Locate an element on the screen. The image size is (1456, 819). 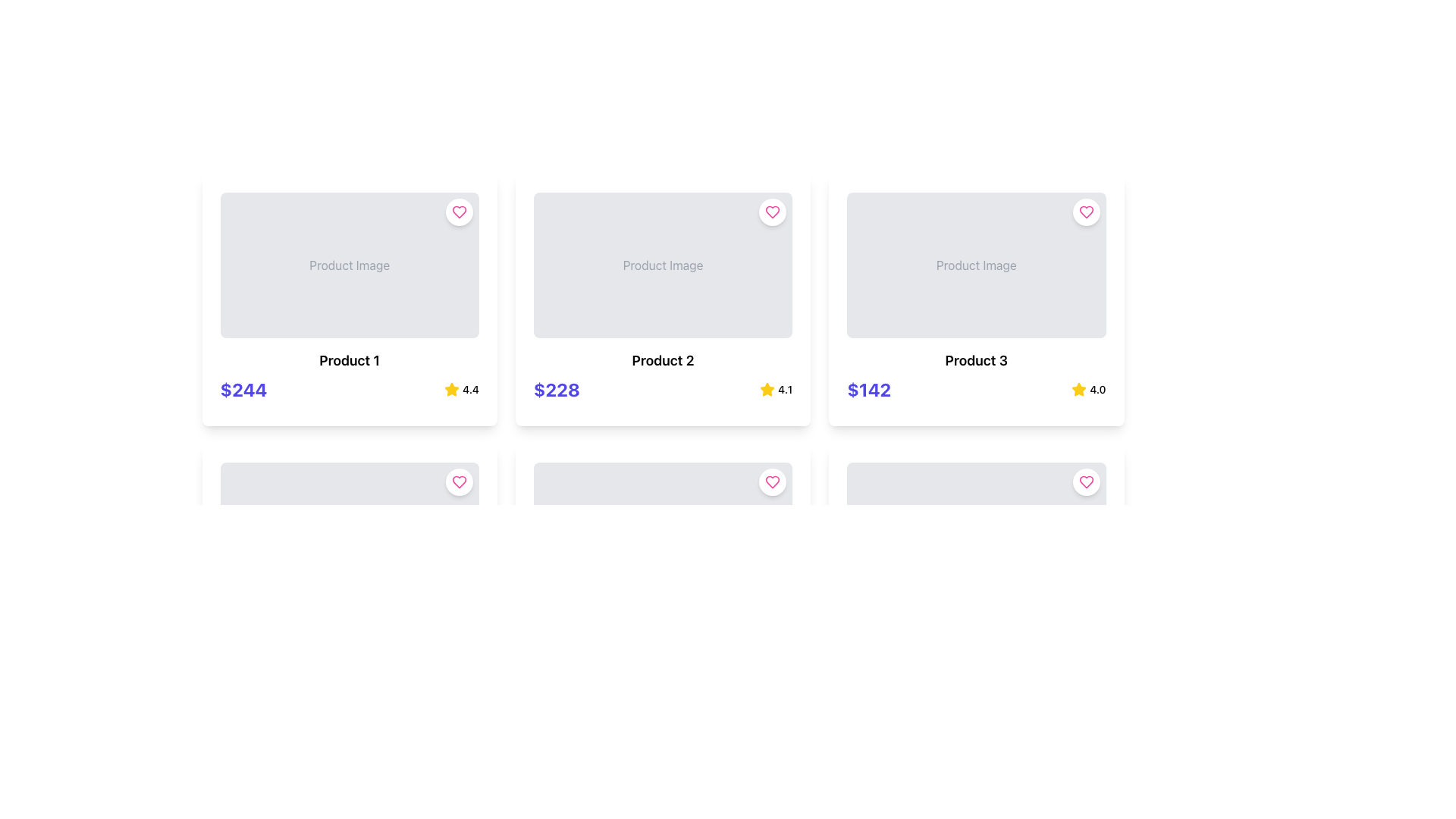
the circular button with a heart-shaped icon and white background located in the top-right corner of the 'Product Image' section is located at coordinates (773, 482).